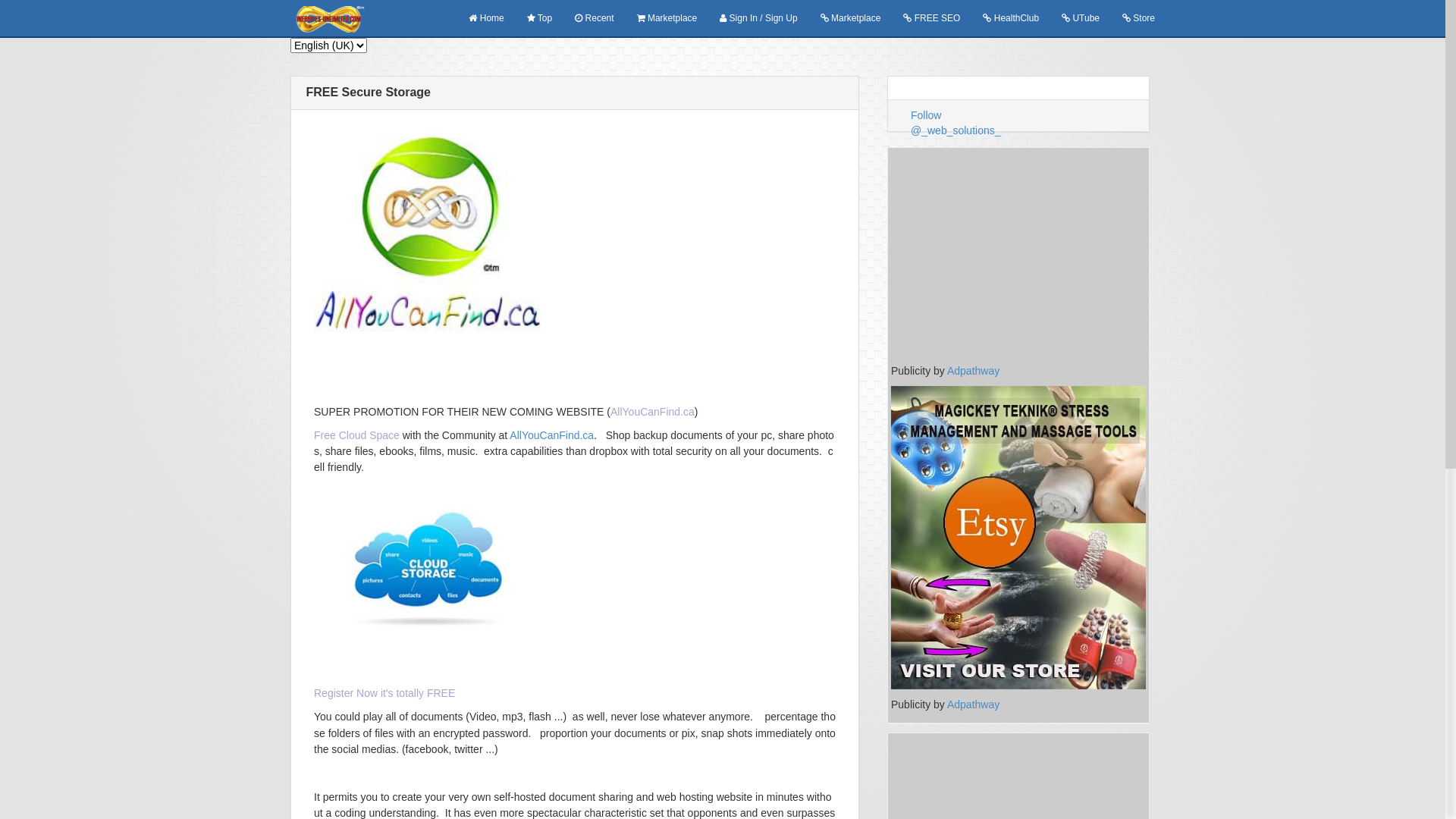 This screenshot has height=819, width=1456. Describe the element at coordinates (930, 17) in the screenshot. I see `'FREE SEO'` at that location.